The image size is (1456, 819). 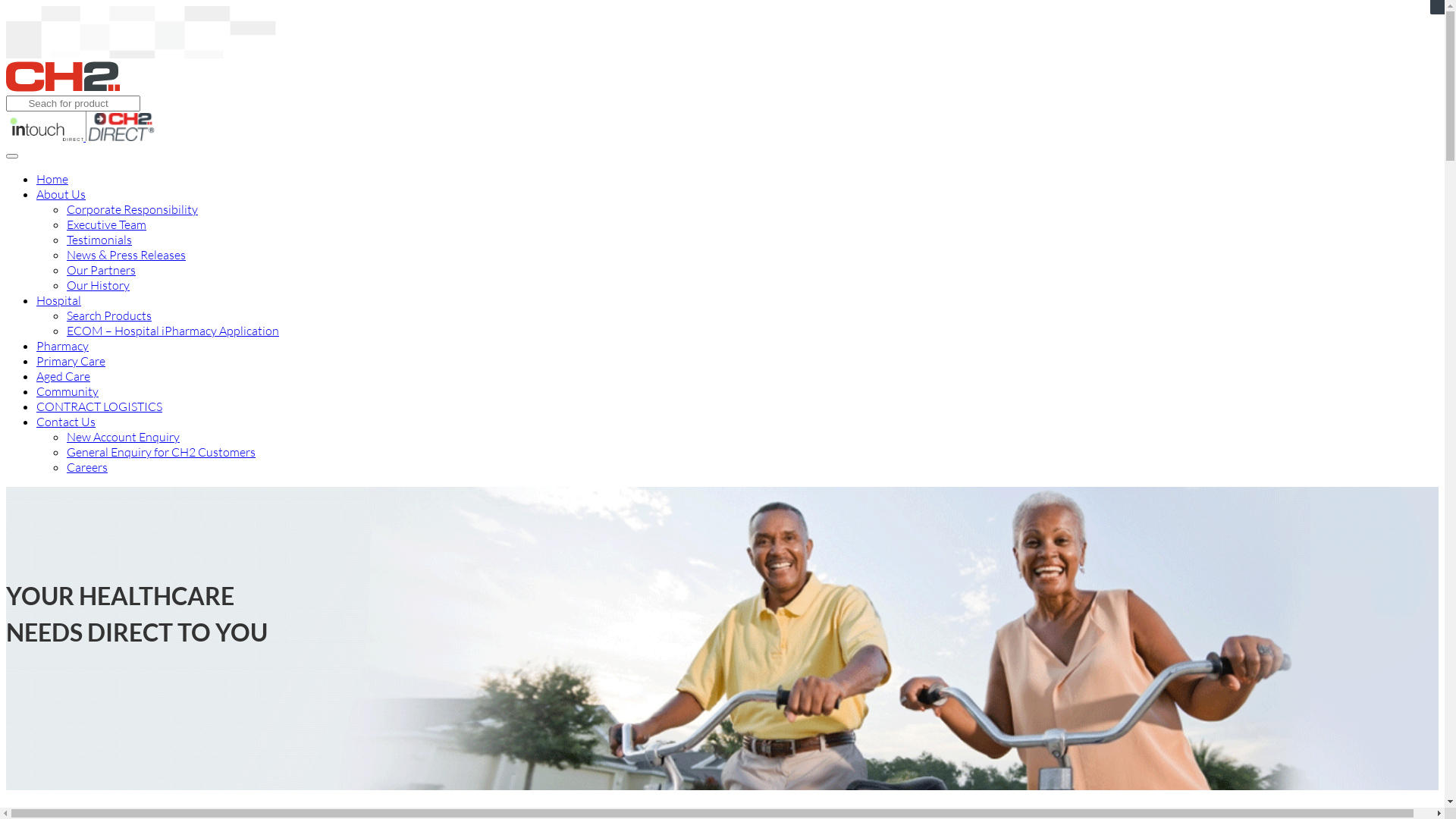 What do you see at coordinates (70, 360) in the screenshot?
I see `'Primary Care'` at bounding box center [70, 360].